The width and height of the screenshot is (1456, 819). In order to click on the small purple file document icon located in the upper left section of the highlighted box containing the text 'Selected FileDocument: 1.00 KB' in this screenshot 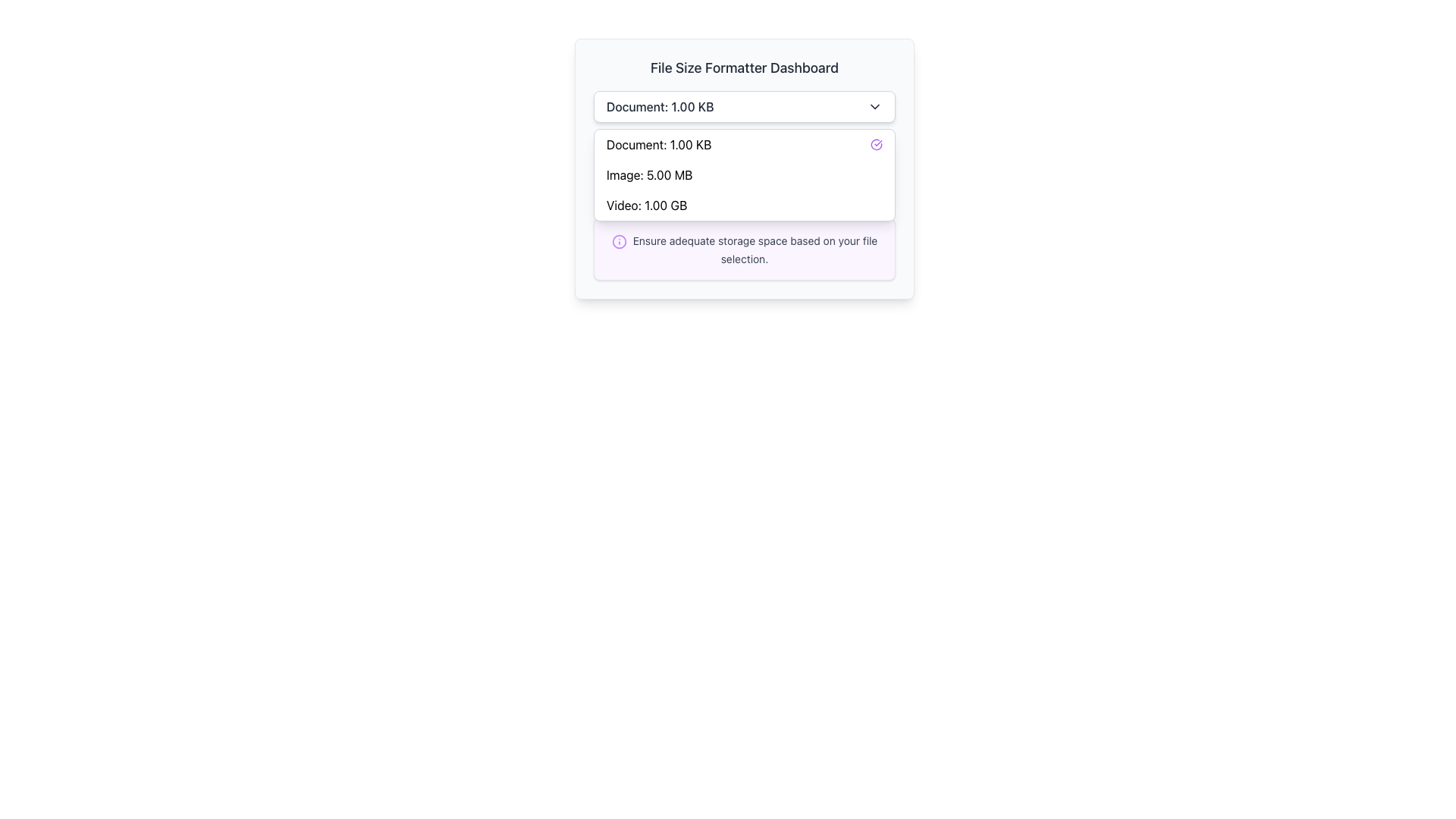, I will do `click(615, 170)`.